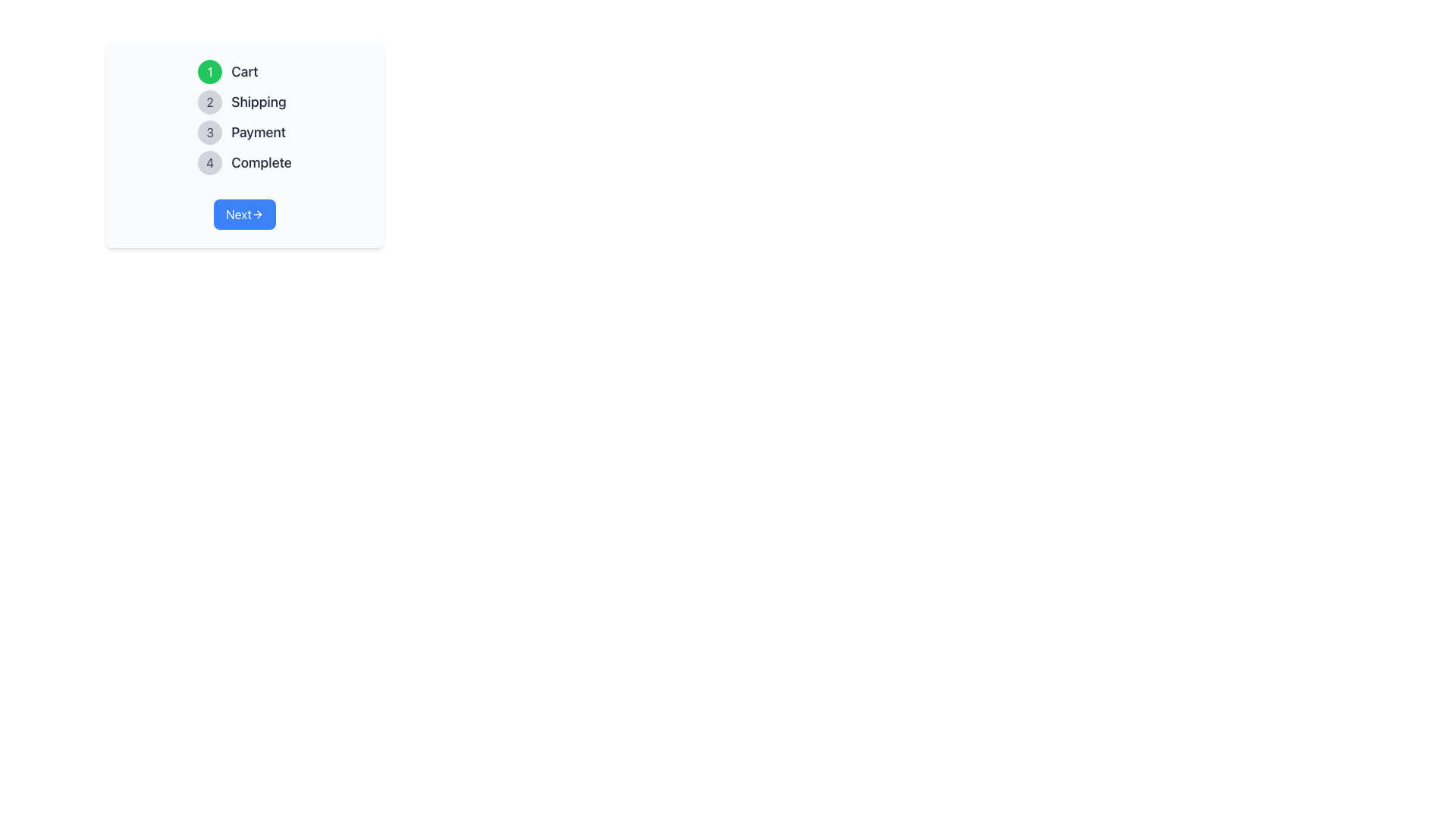  I want to click on the green circular badge with the white number '1' at its center, located in the top-left corner of the sequential navigation step component, so click(209, 72).